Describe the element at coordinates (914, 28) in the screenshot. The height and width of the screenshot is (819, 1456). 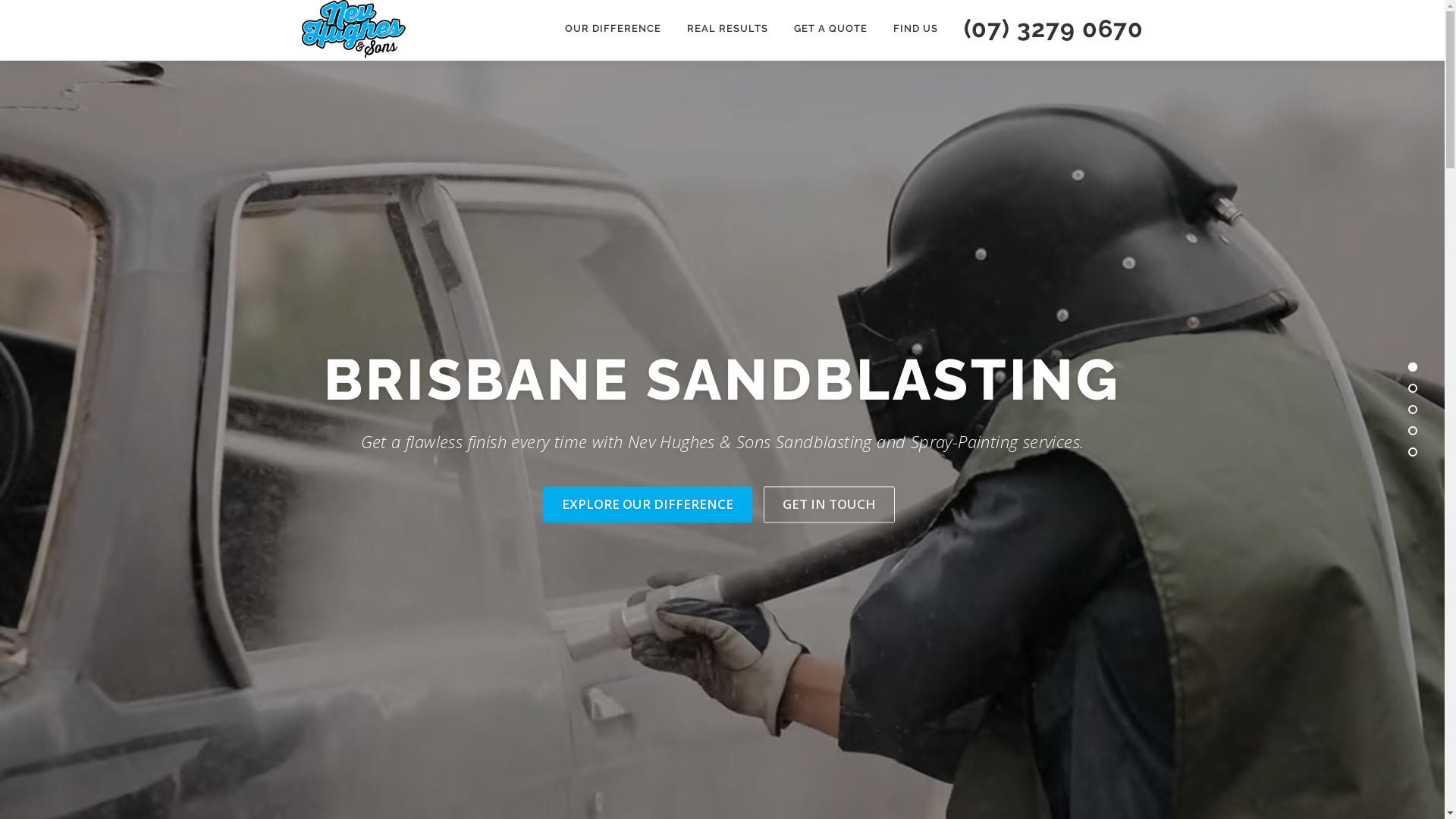
I see `'FIND US'` at that location.